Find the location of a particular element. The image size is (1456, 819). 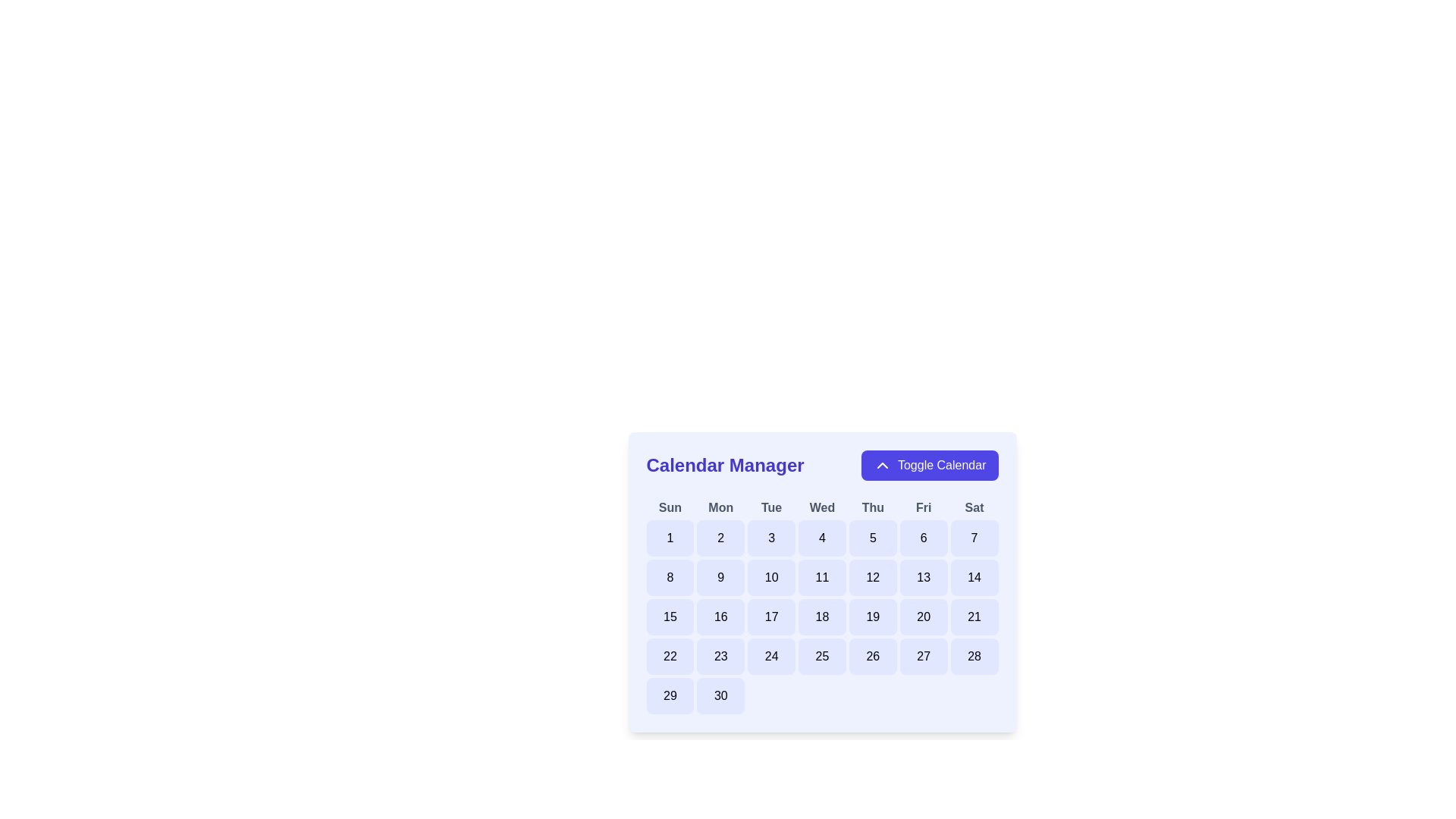

the bold 'Wed' text in the calendar header, which is the fourth day in the week, located between 'Tue' and 'Thu' is located at coordinates (821, 508).